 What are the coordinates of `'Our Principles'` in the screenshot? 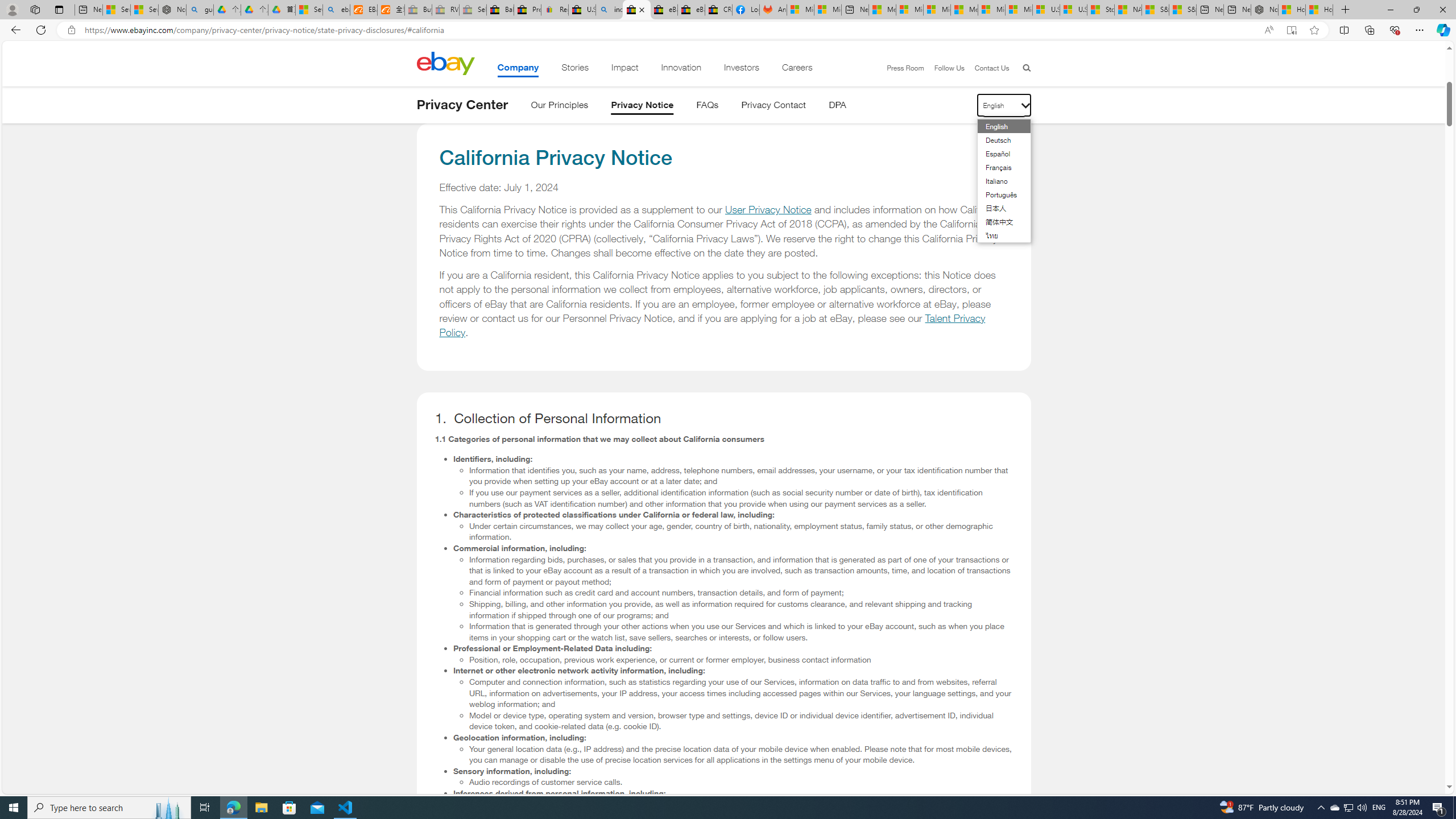 It's located at (559, 106).